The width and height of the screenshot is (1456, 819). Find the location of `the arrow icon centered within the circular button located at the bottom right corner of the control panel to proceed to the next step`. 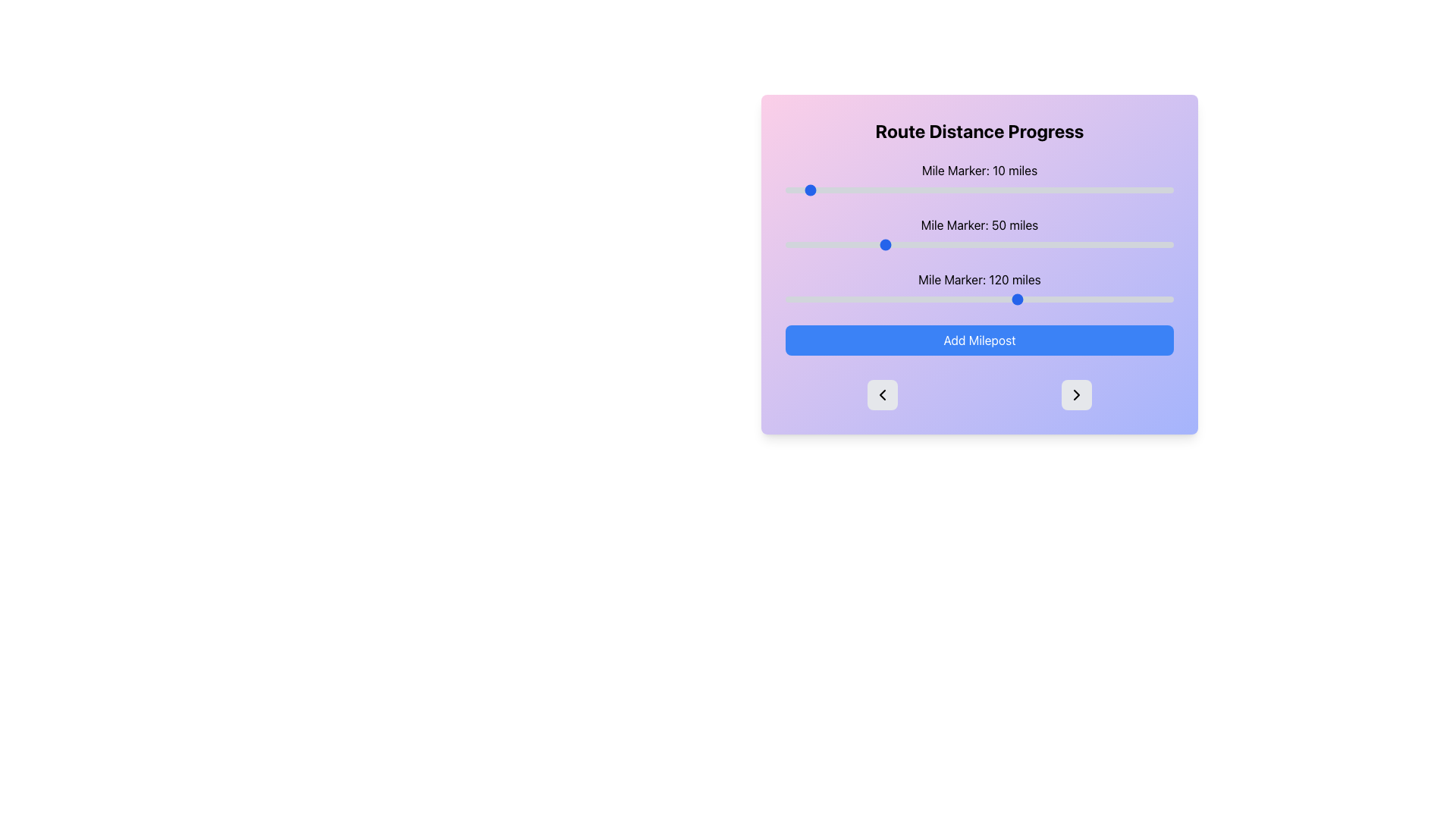

the arrow icon centered within the circular button located at the bottom right corner of the control panel to proceed to the next step is located at coordinates (1076, 394).